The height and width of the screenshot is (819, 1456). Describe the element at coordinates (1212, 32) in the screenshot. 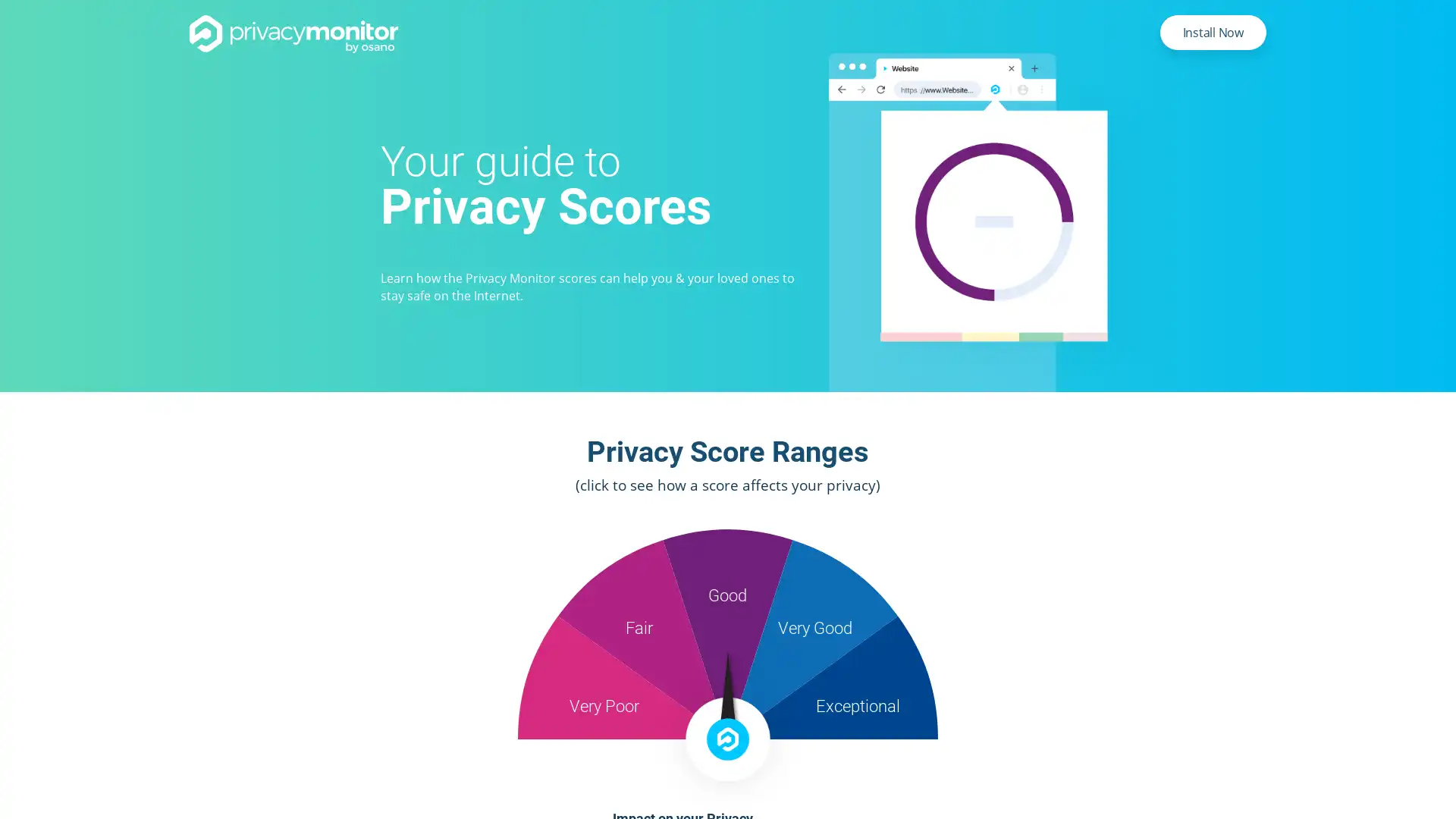

I see `Install Now` at that location.